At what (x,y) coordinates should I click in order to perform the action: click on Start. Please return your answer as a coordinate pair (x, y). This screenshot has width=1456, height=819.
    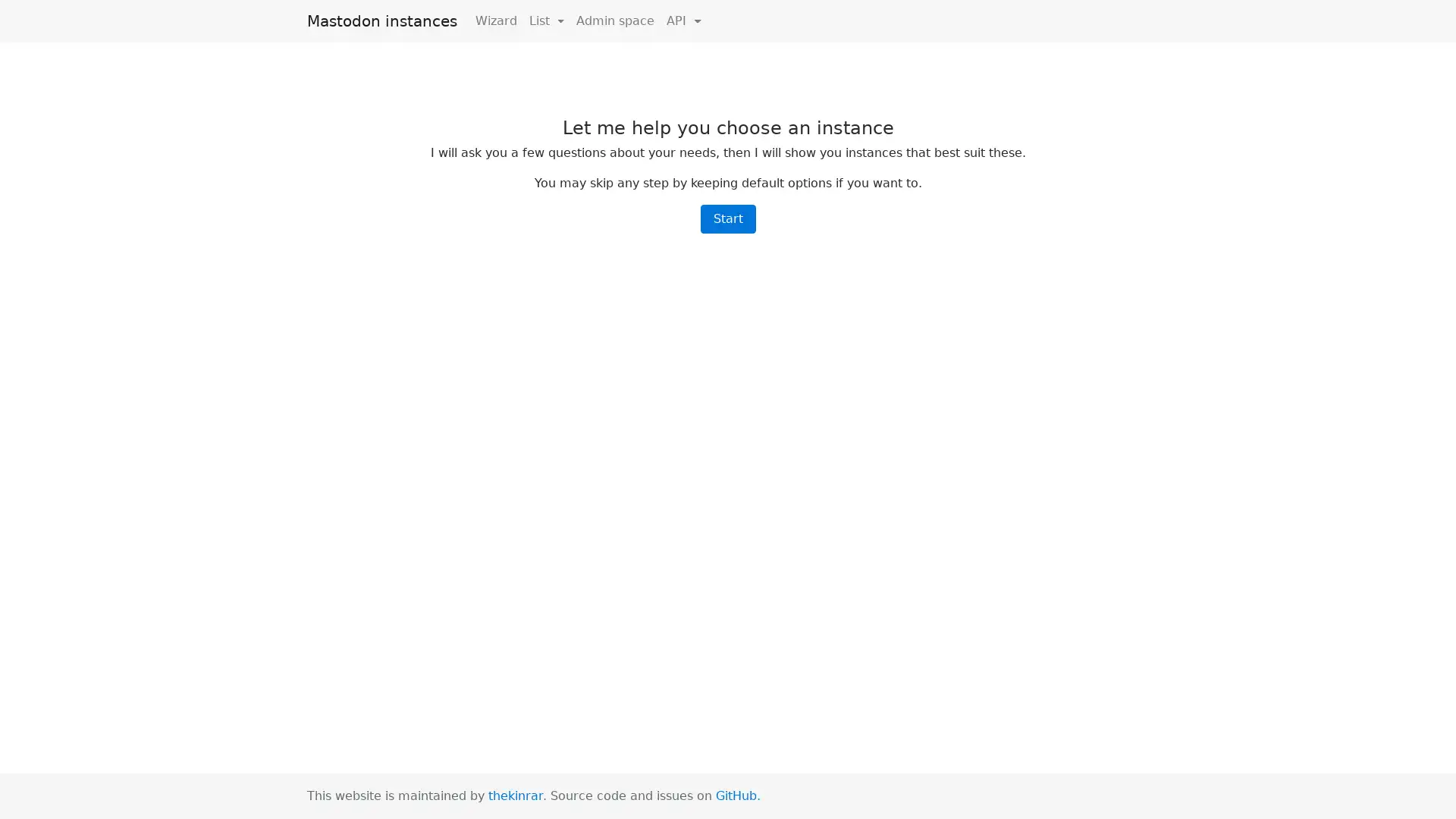
    Looking at the image, I should click on (726, 219).